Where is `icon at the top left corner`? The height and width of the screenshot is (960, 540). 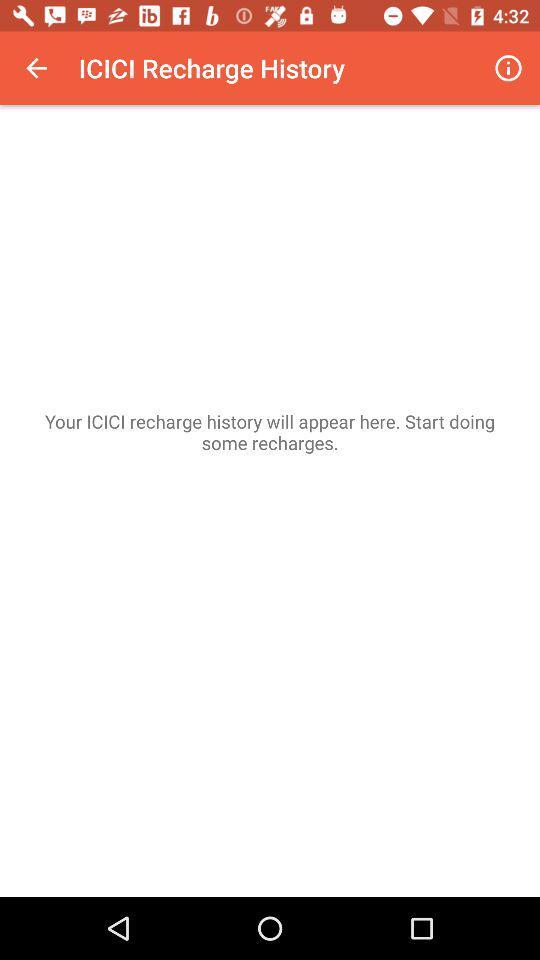
icon at the top left corner is located at coordinates (36, 68).